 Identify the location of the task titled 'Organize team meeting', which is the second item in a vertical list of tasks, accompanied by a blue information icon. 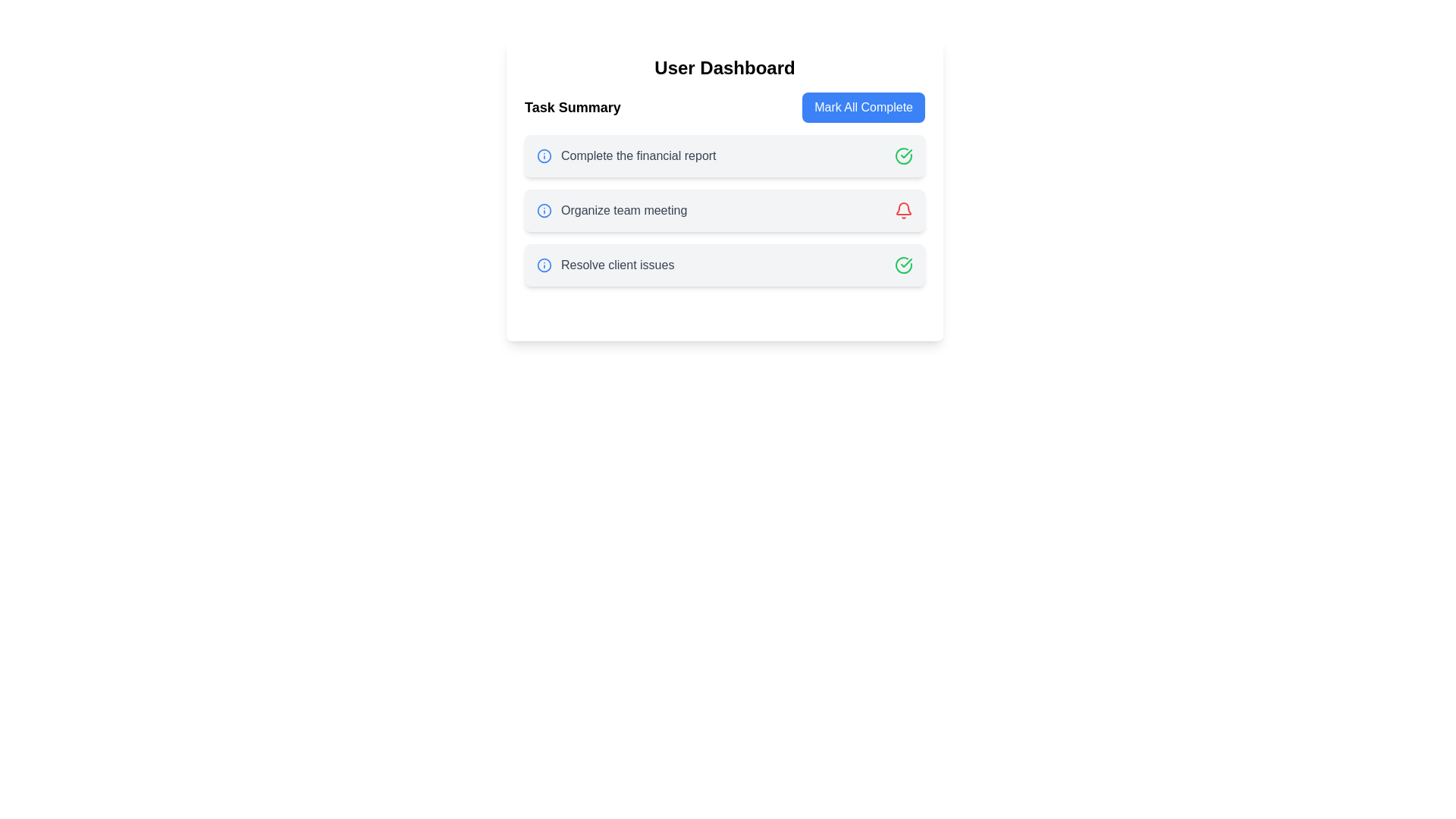
(612, 210).